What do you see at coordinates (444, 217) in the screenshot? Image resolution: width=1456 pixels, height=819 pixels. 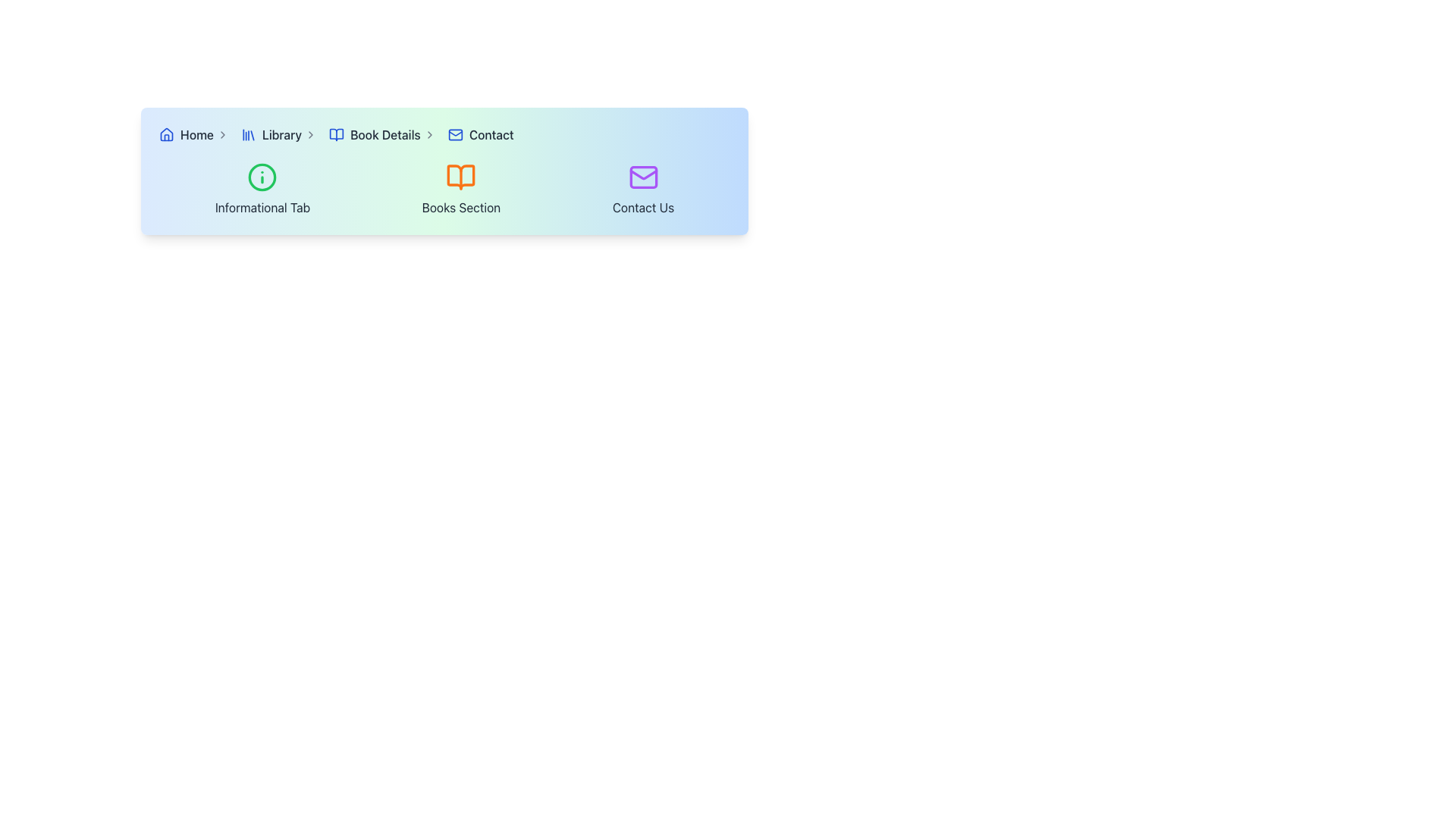 I see `the bright orange open book icon labeled 'Books Section'` at bounding box center [444, 217].